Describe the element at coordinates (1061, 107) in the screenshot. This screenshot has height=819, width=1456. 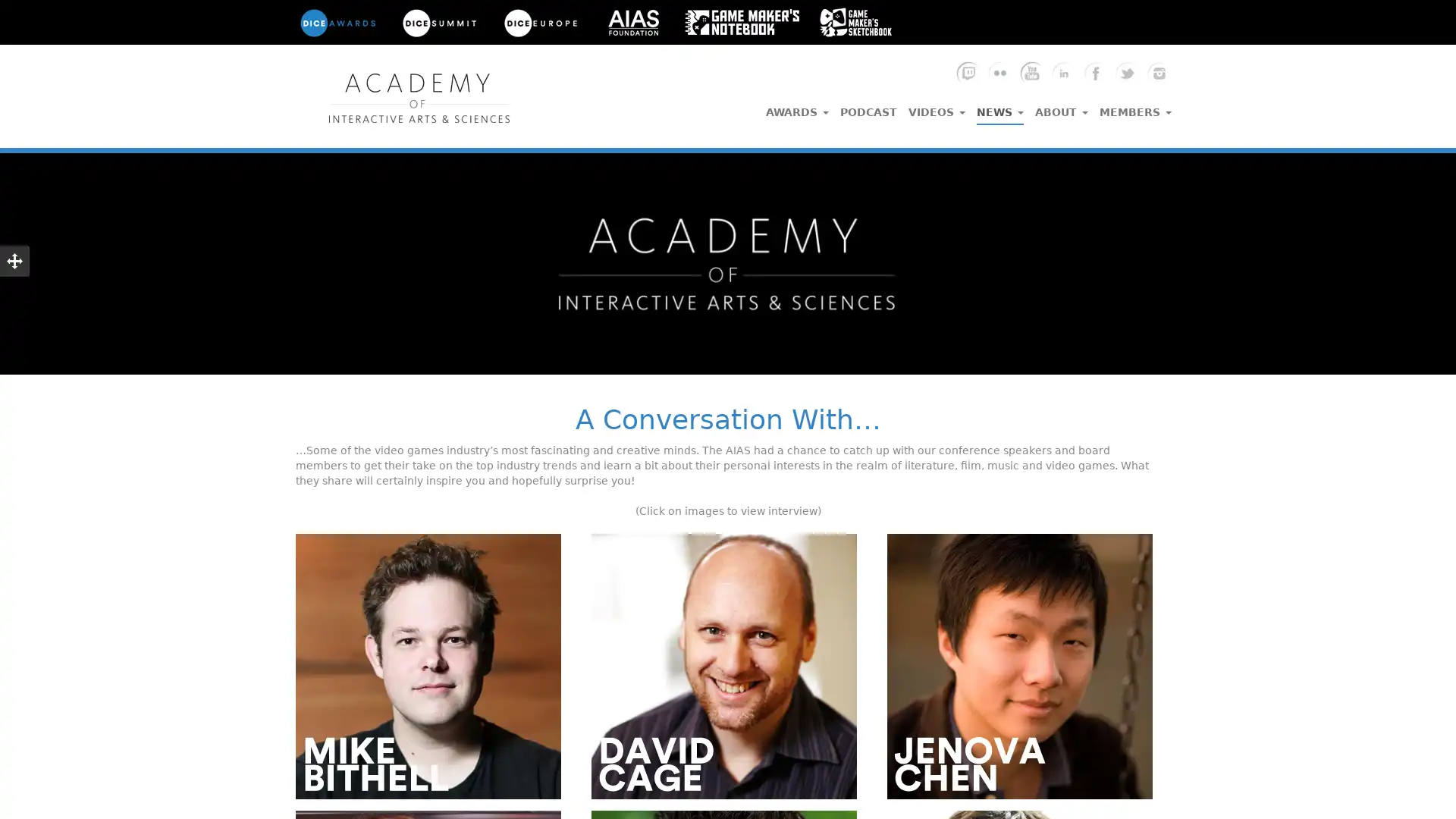
I see `ABOUT` at that location.